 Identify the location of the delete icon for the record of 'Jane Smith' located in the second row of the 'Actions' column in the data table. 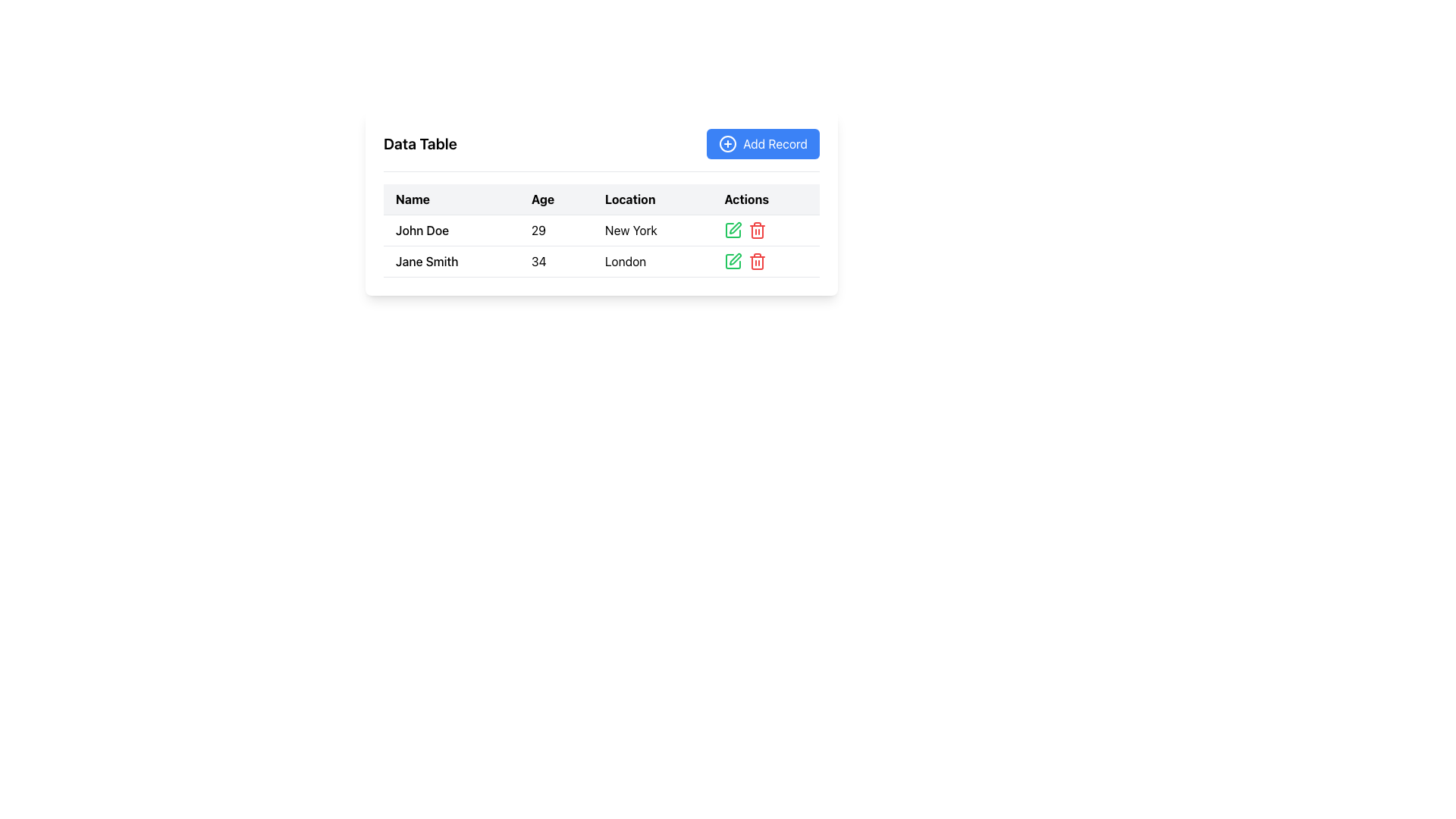
(758, 262).